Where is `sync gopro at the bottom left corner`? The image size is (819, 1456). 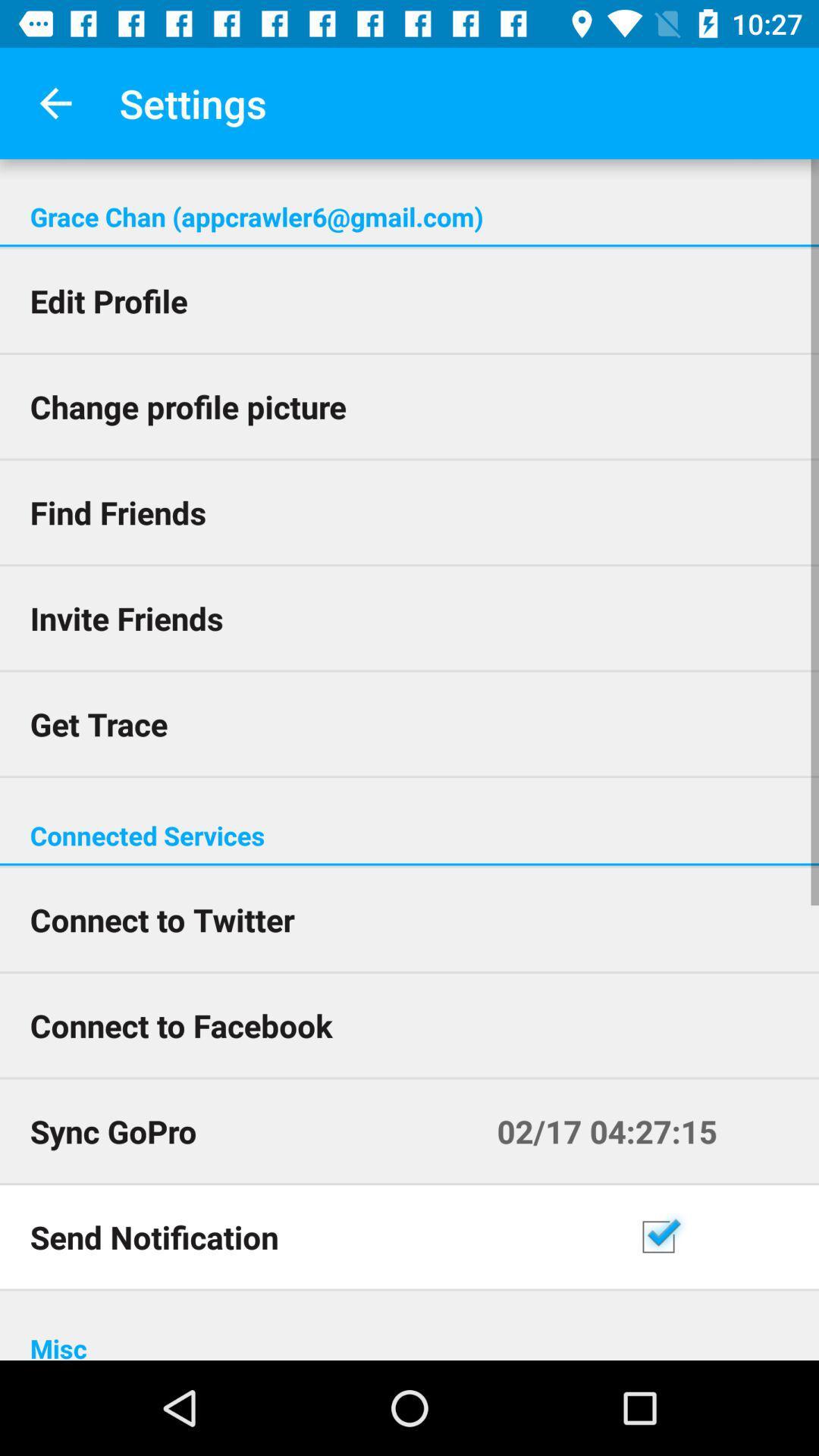 sync gopro at the bottom left corner is located at coordinates (247, 1131).